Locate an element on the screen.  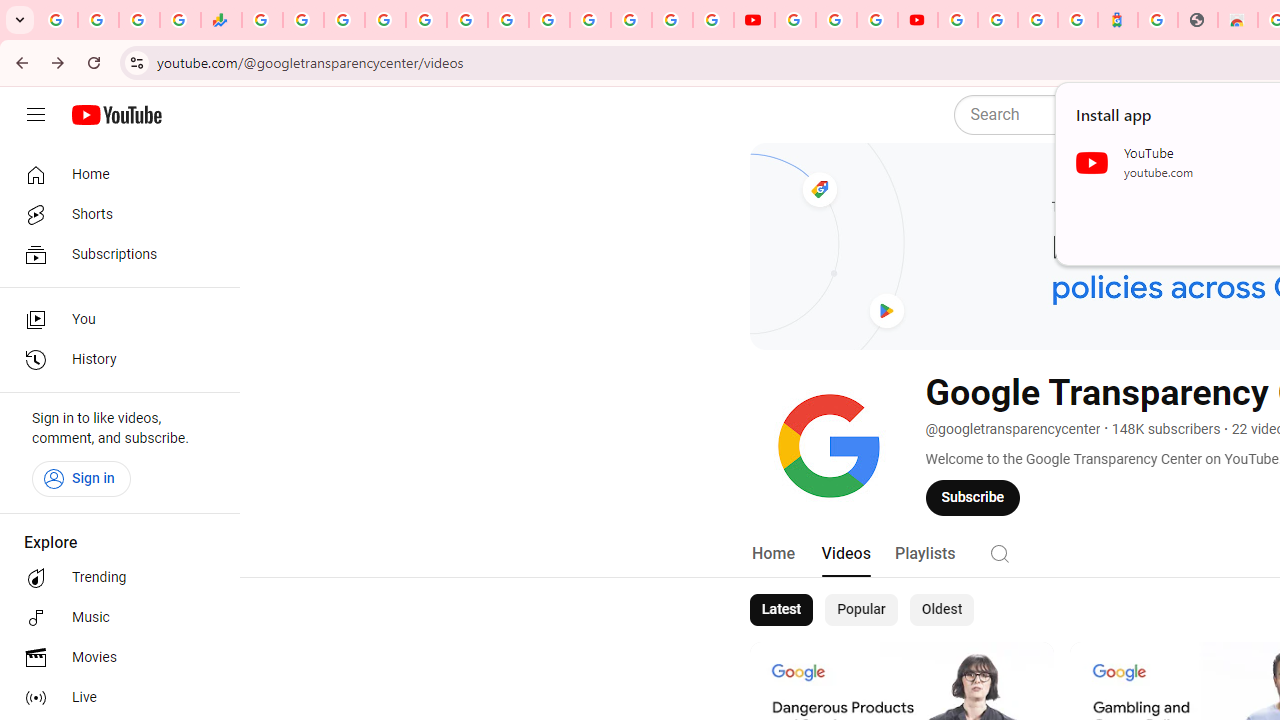
'Latest' is located at coordinates (779, 608).